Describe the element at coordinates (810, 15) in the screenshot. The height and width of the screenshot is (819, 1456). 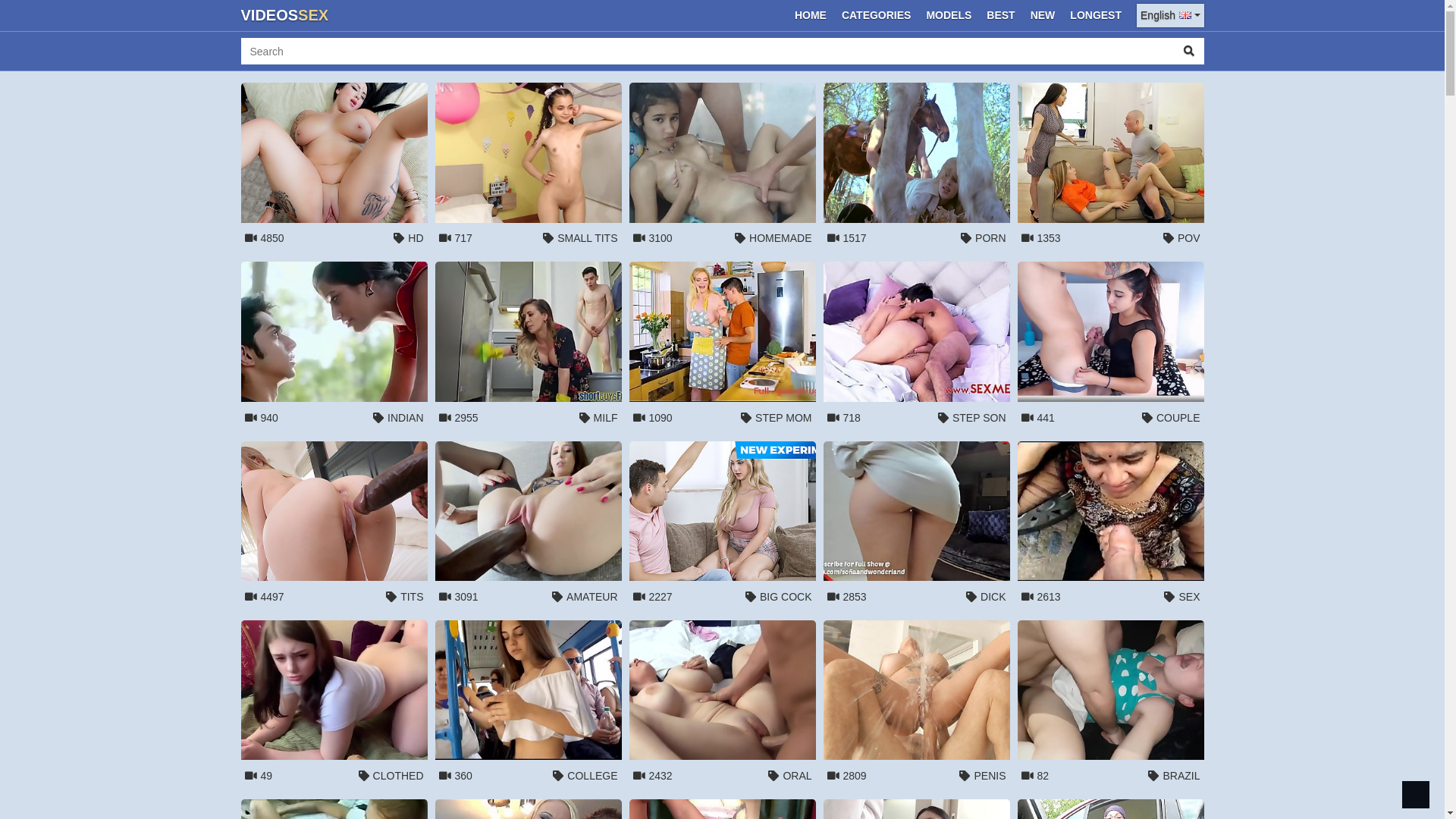
I see `'HOME'` at that location.